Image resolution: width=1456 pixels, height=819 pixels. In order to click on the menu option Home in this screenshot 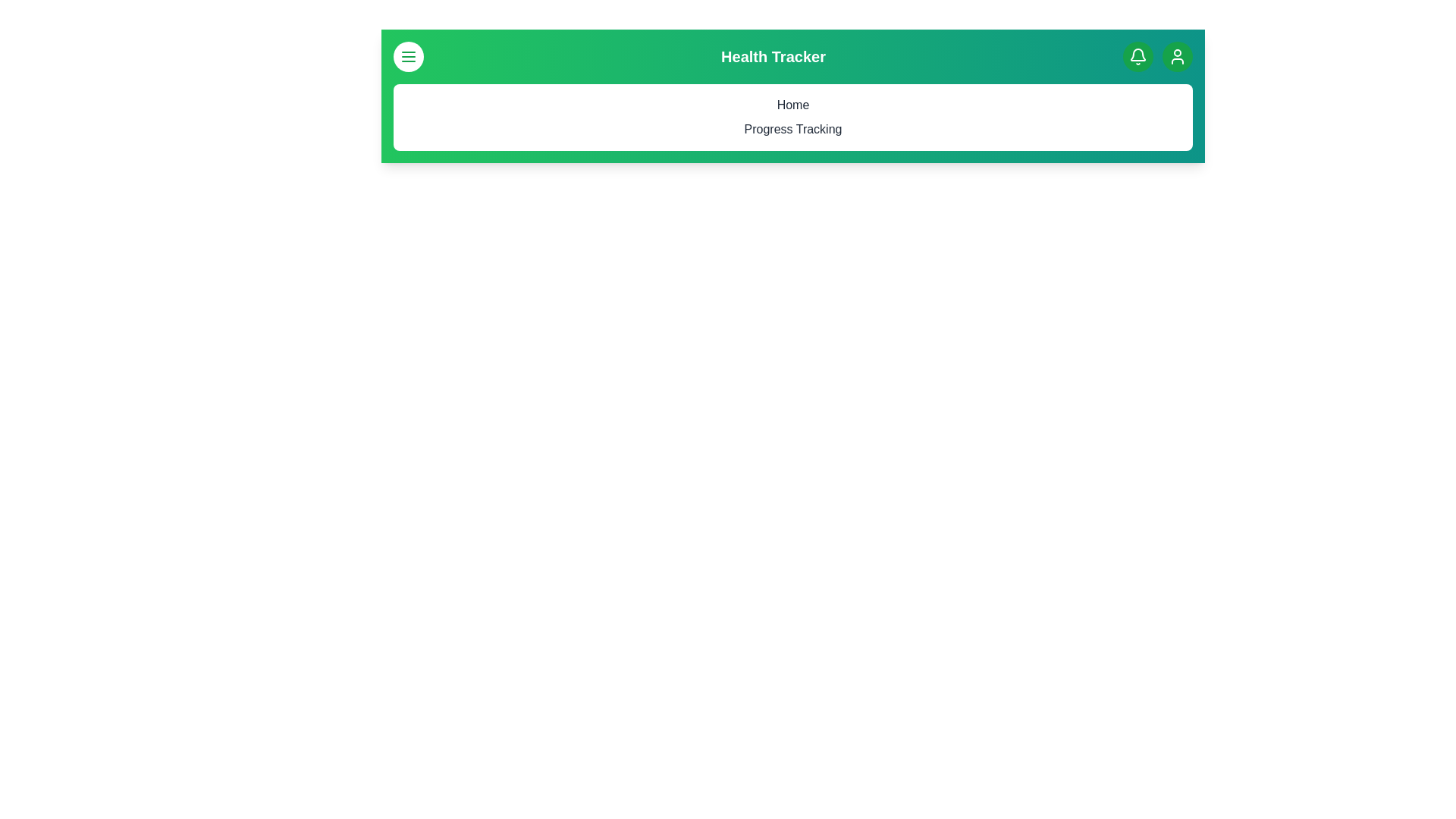, I will do `click(792, 104)`.